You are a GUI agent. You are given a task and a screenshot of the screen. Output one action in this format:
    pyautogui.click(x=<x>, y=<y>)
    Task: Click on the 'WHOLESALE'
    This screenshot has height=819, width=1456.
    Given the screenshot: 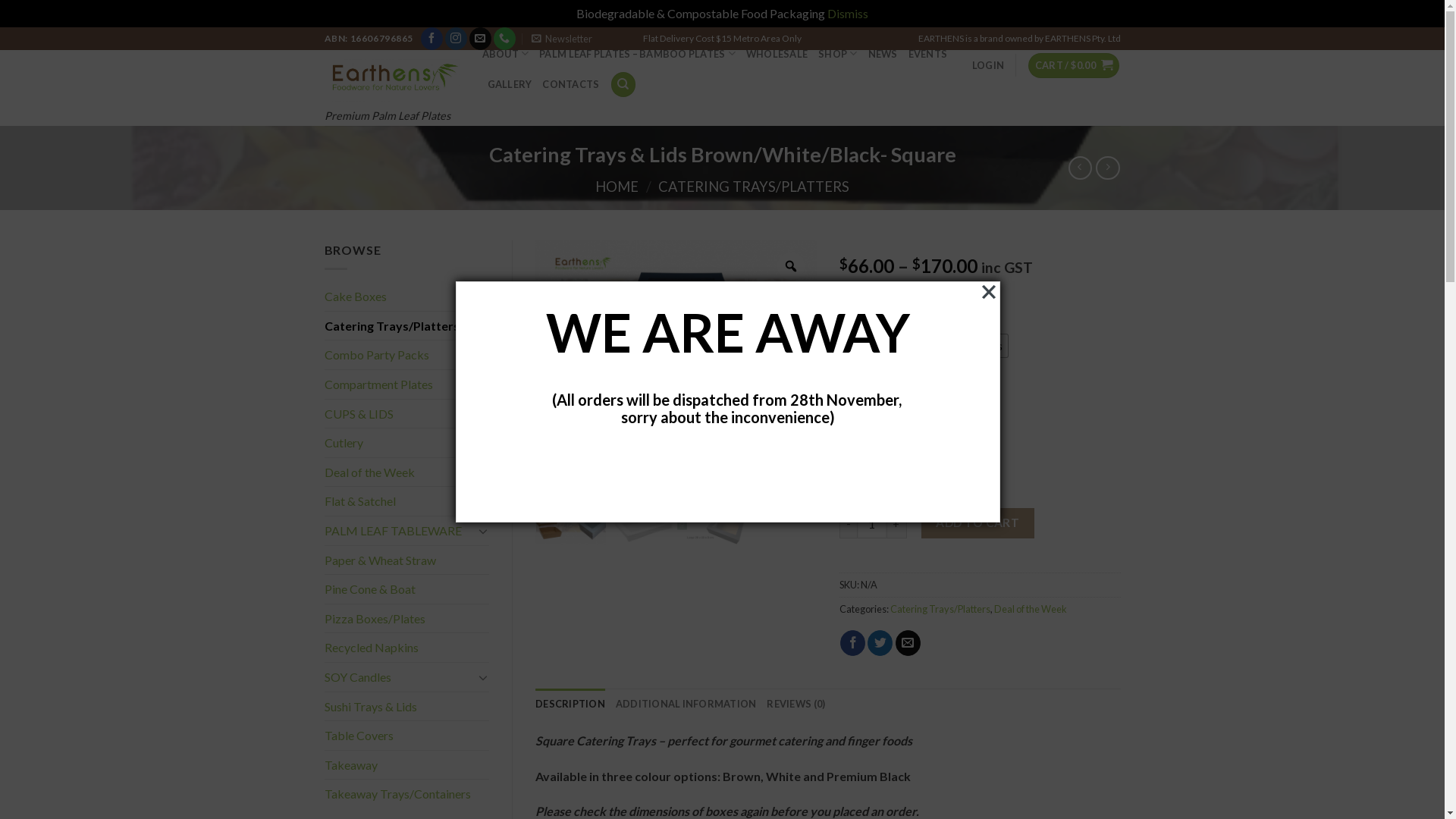 What is the action you would take?
    pyautogui.click(x=745, y=52)
    